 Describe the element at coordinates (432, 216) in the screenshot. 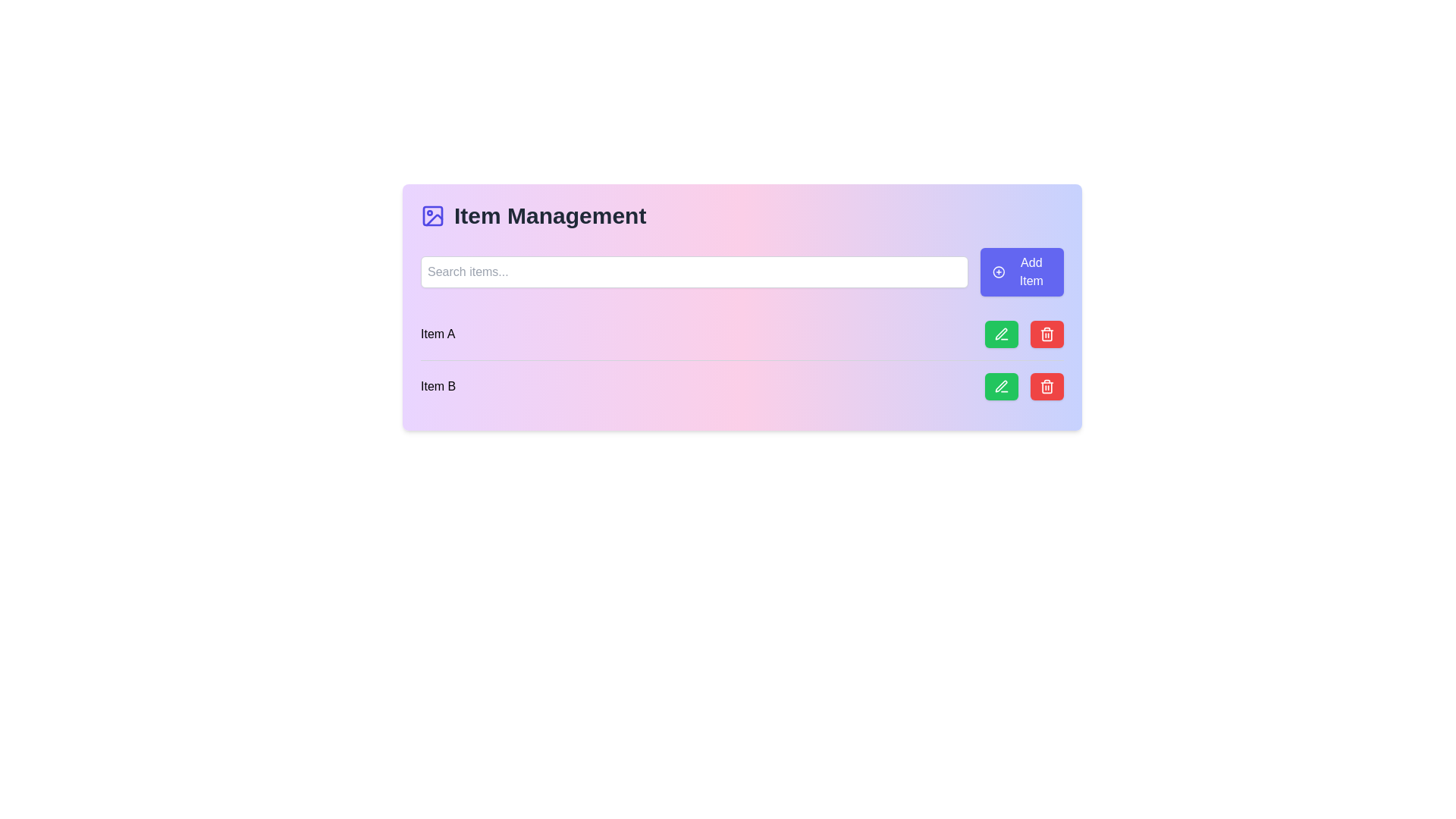

I see `the outlined purple icon located to the left of the 'Item Management' text in the header section of the card` at that location.